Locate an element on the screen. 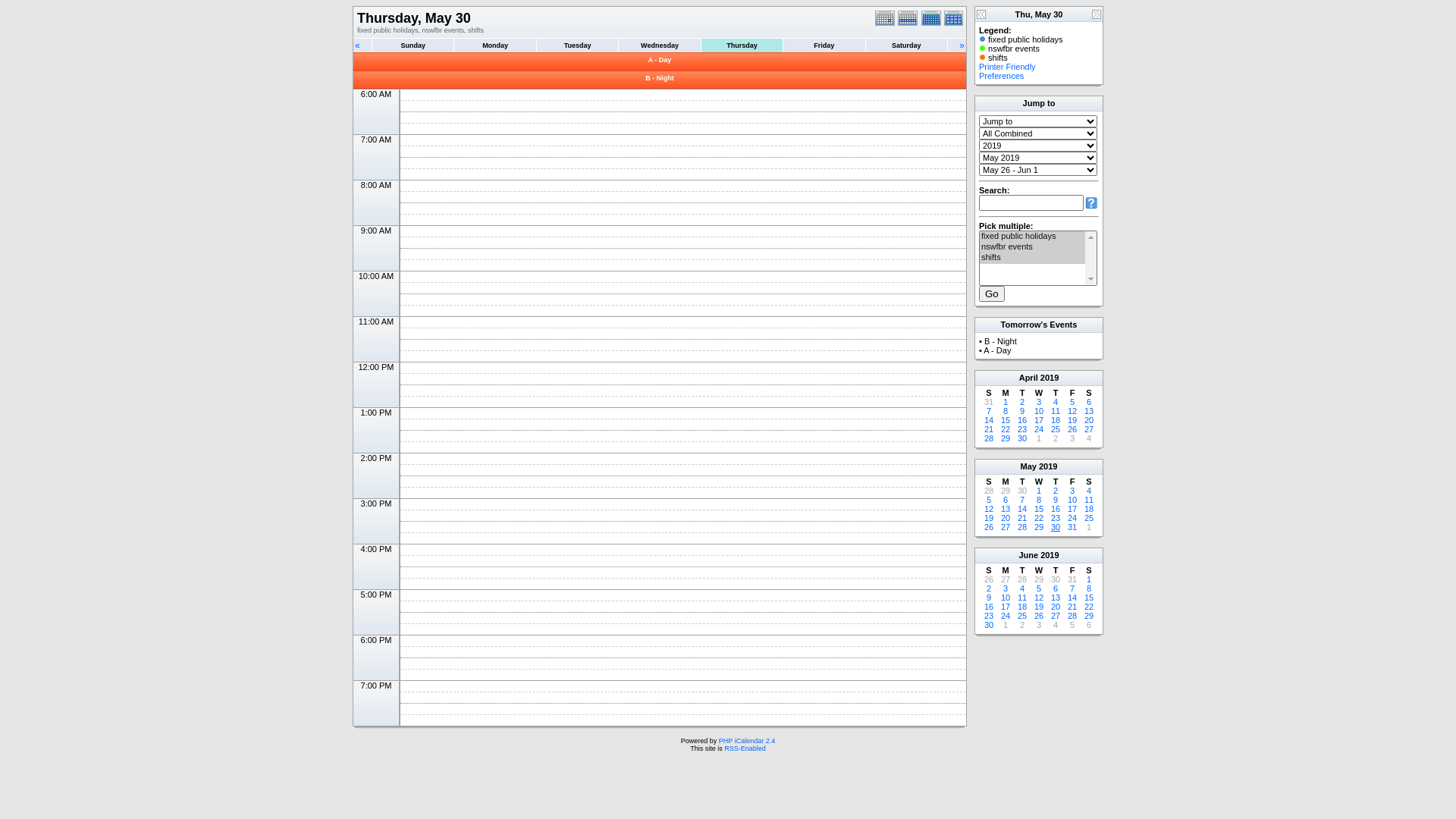 The width and height of the screenshot is (1456, 819). '25' is located at coordinates (1087, 516).